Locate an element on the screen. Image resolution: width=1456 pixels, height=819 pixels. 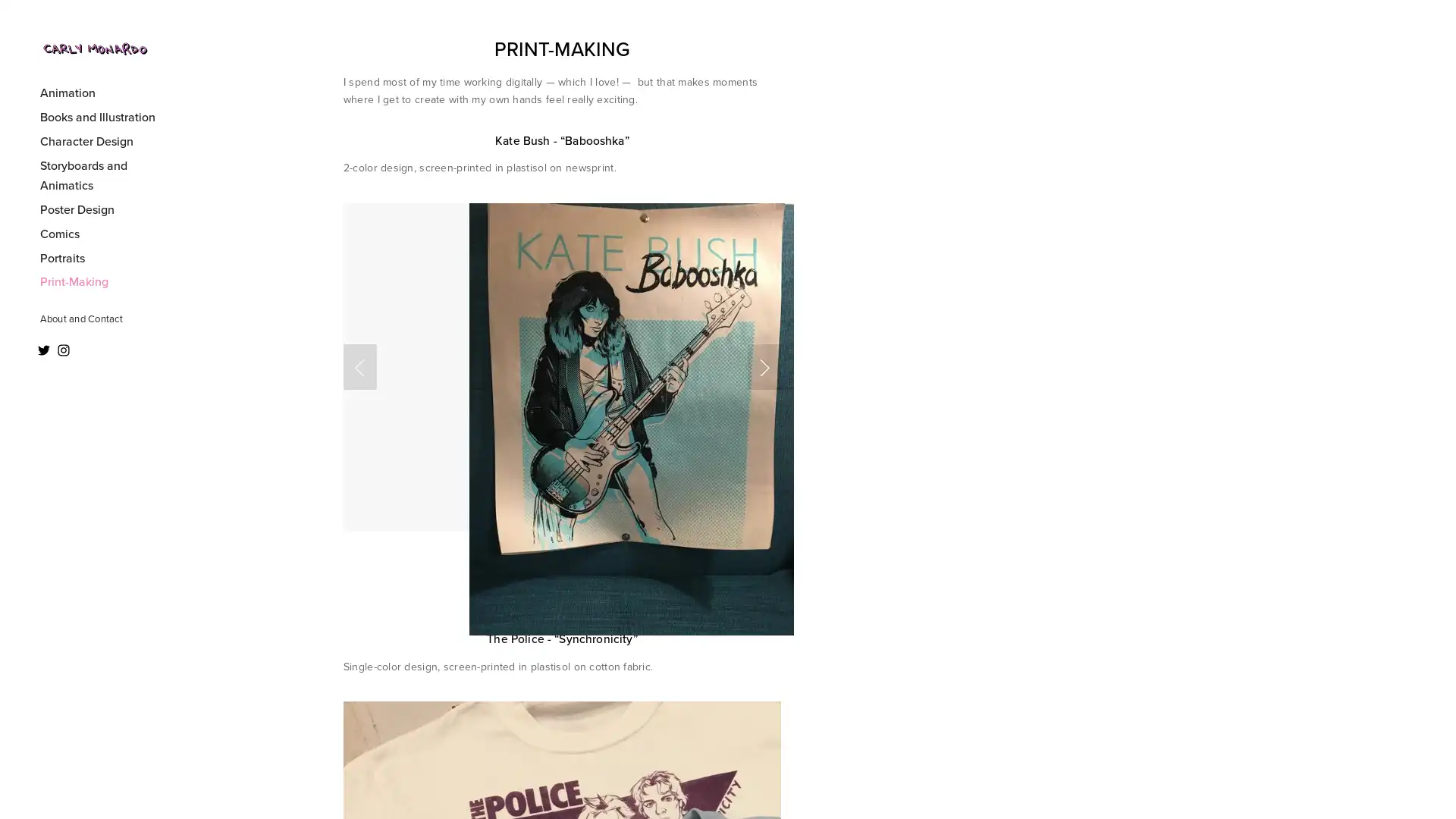
Slide 3 is located at coordinates (607, 576).